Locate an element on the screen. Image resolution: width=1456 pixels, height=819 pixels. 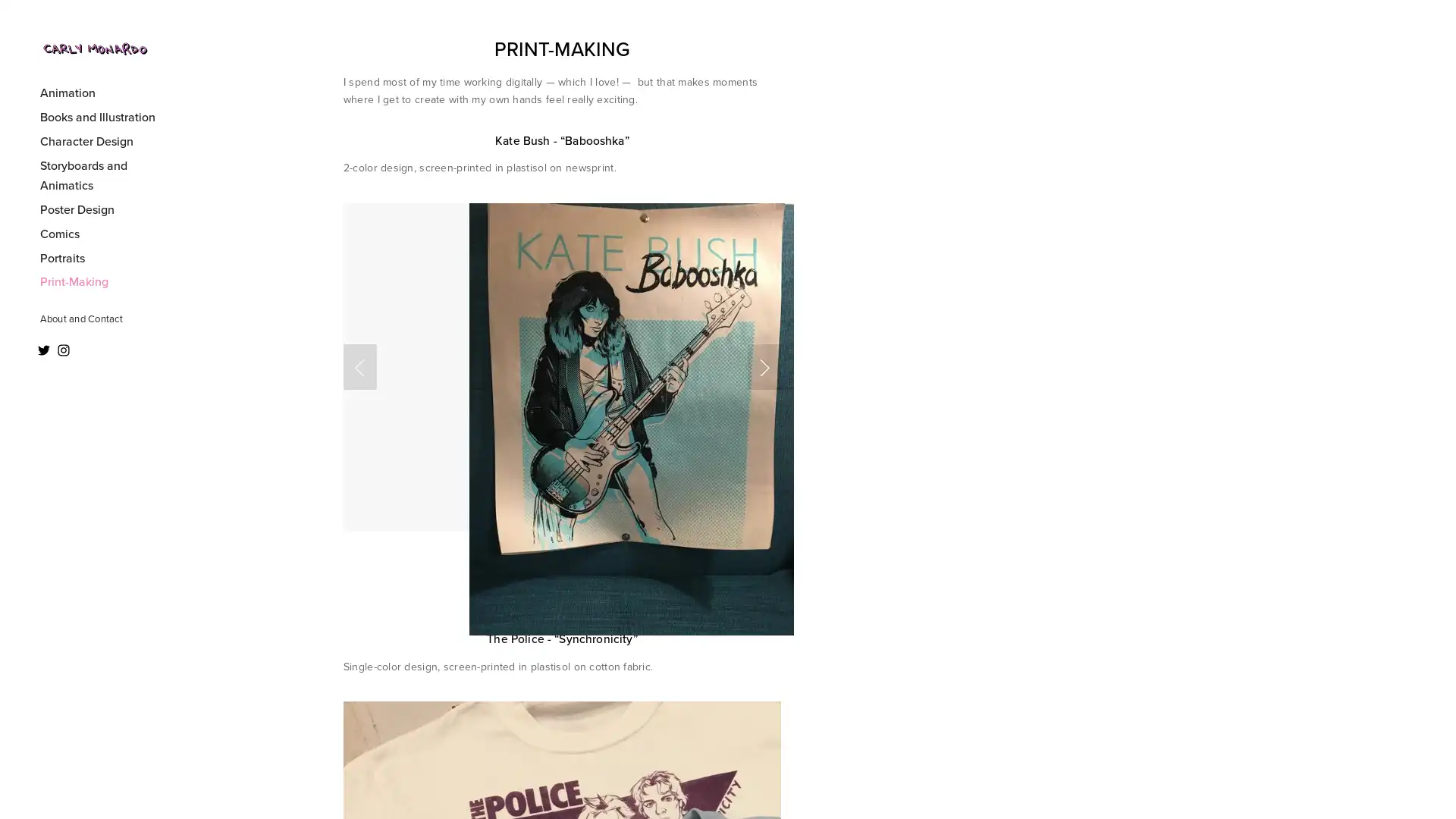
Slide 3 is located at coordinates (607, 576).